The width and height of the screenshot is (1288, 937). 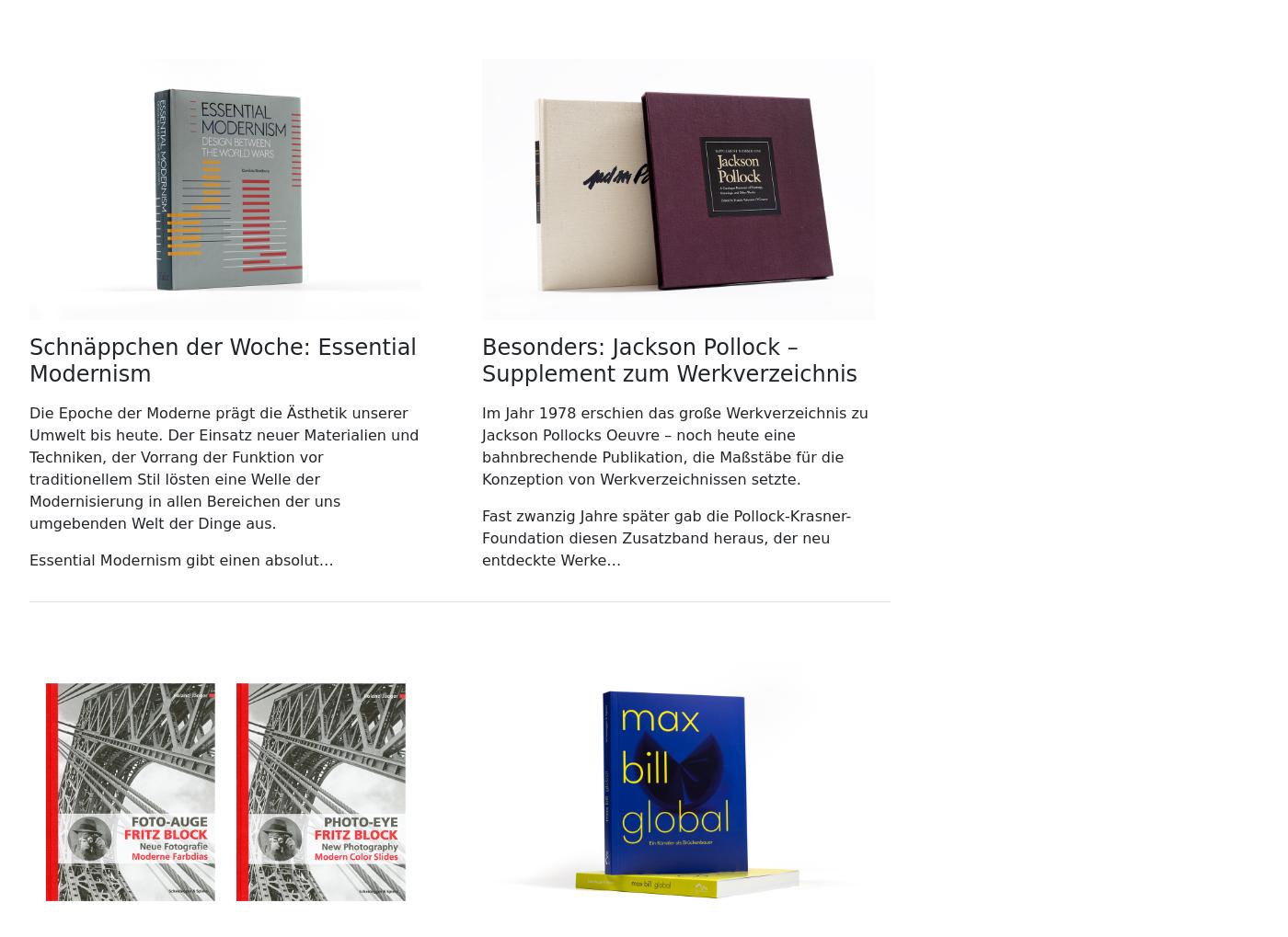 I want to click on 'Die späten Werke von Ernst Ludwig Kirchner und Jens Ferdinand Willumsen', so click(x=131, y=660).